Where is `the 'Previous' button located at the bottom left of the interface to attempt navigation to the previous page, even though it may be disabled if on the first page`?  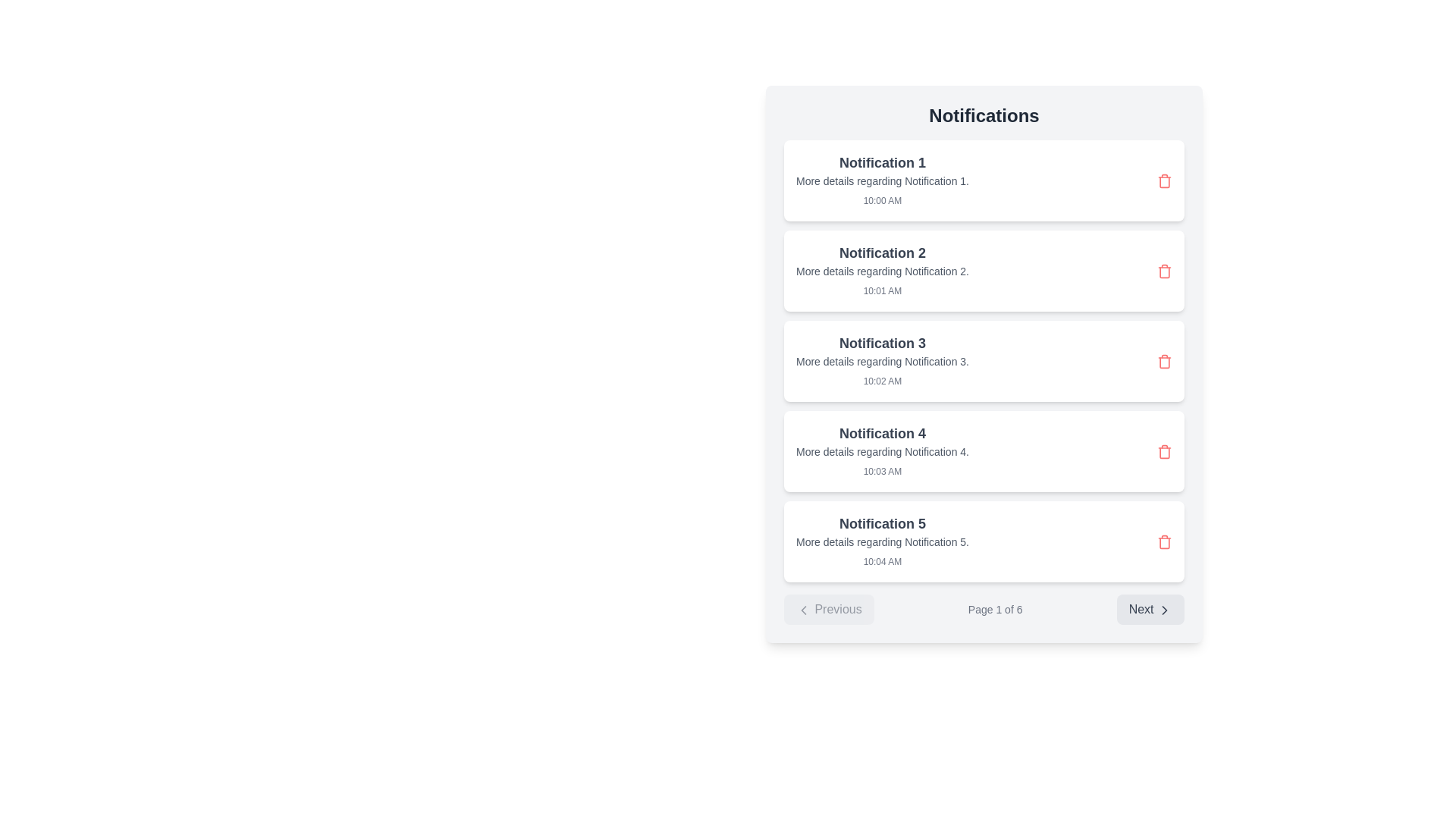 the 'Previous' button located at the bottom left of the interface to attempt navigation to the previous page, even though it may be disabled if on the first page is located at coordinates (828, 608).